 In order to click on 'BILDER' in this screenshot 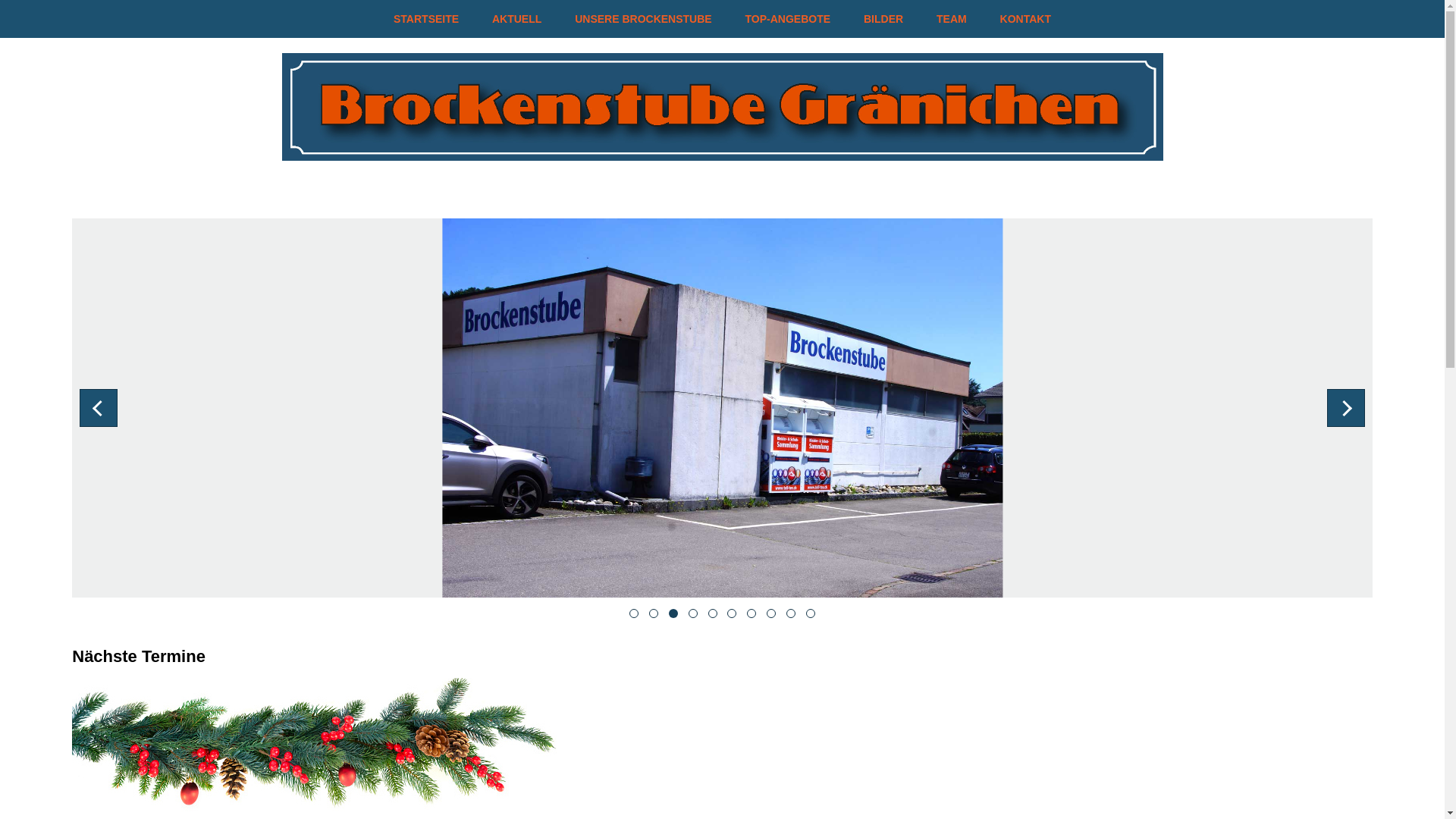, I will do `click(883, 18)`.